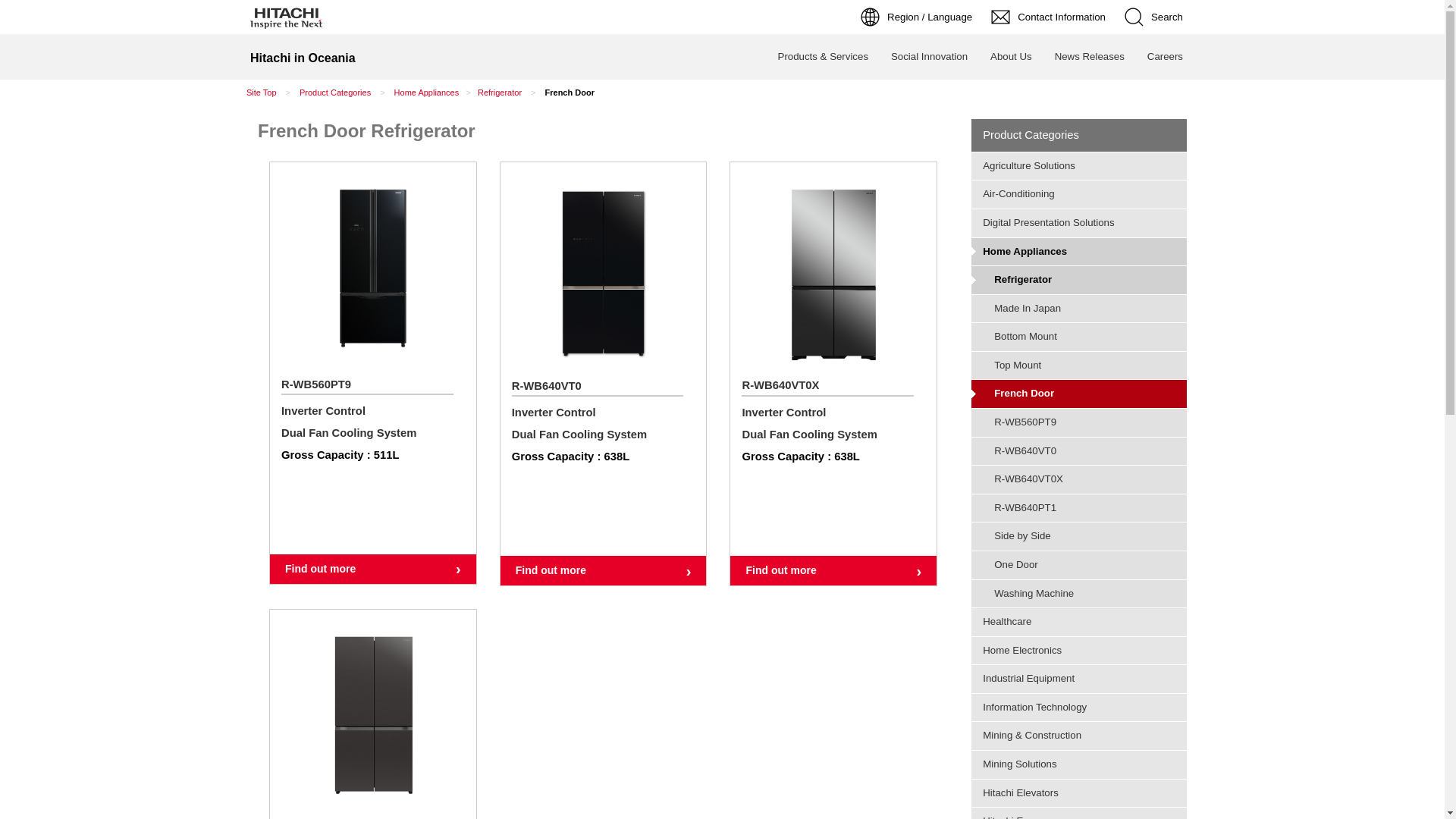 Image resolution: width=1456 pixels, height=819 pixels. I want to click on 'Mining Solutions', so click(1078, 764).